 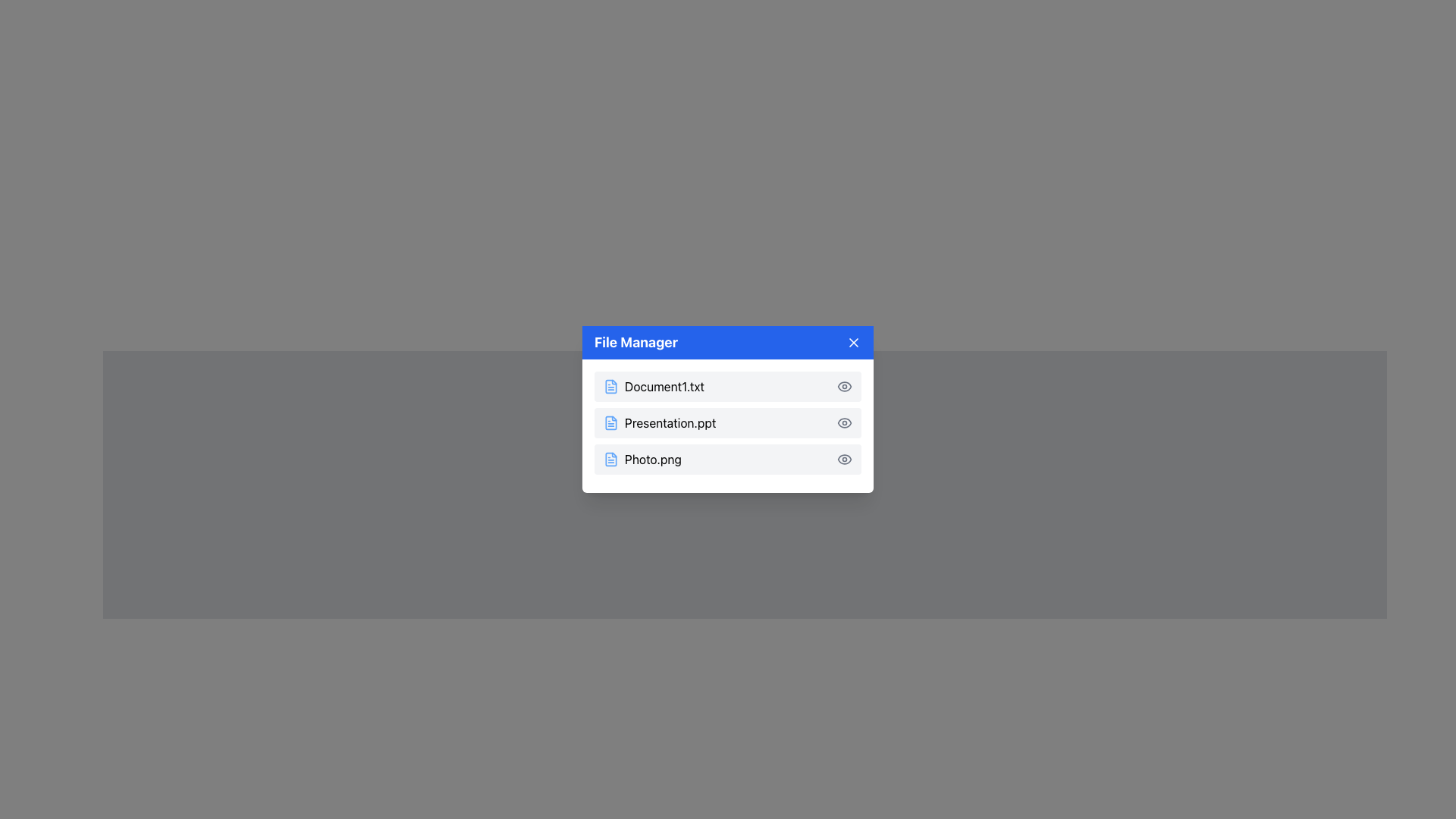 What do you see at coordinates (728, 423) in the screenshot?
I see `the list item displaying the filename 'Presentation.ppt'` at bounding box center [728, 423].